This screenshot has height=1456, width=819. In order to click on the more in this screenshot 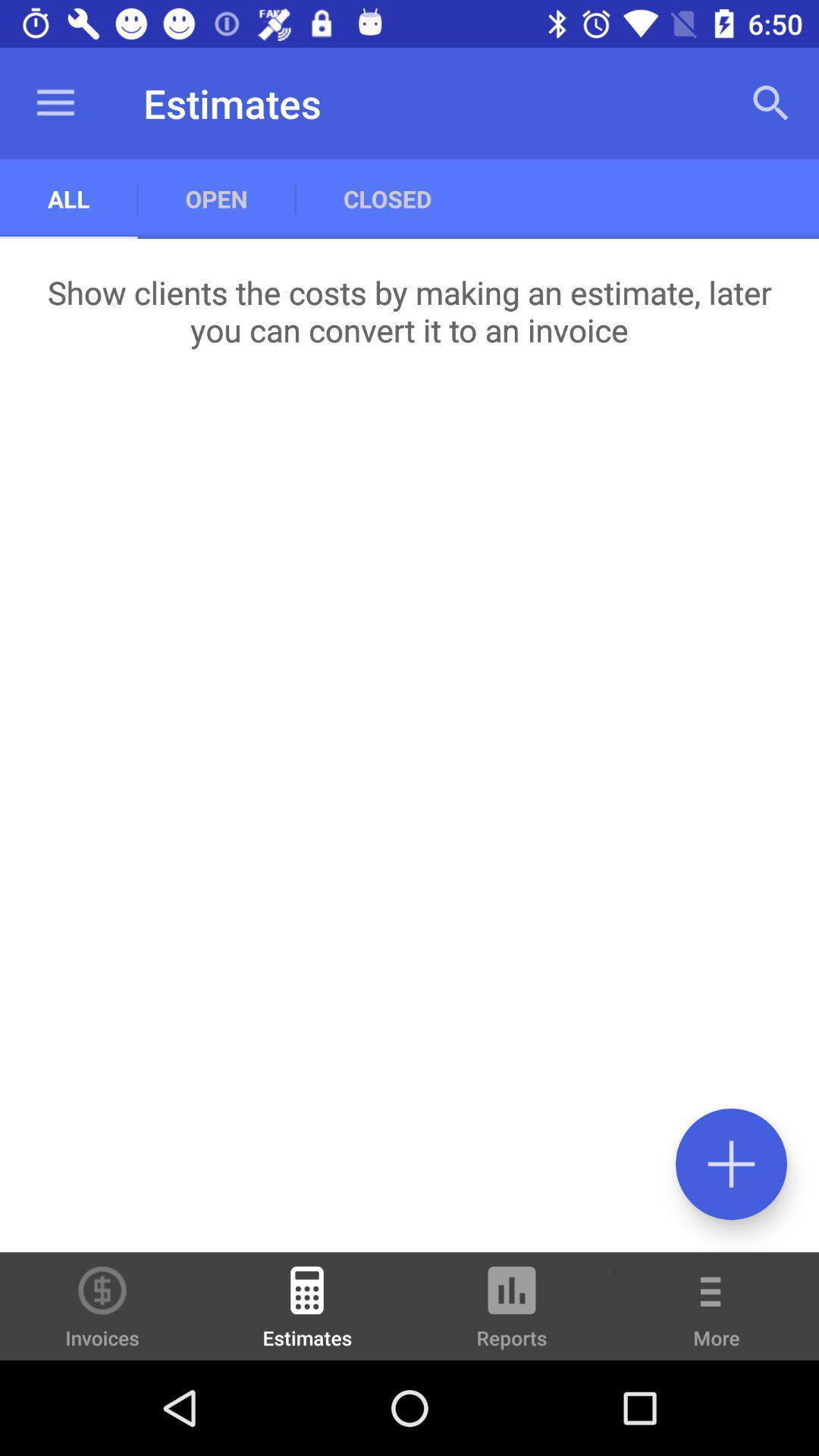, I will do `click(717, 1316)`.